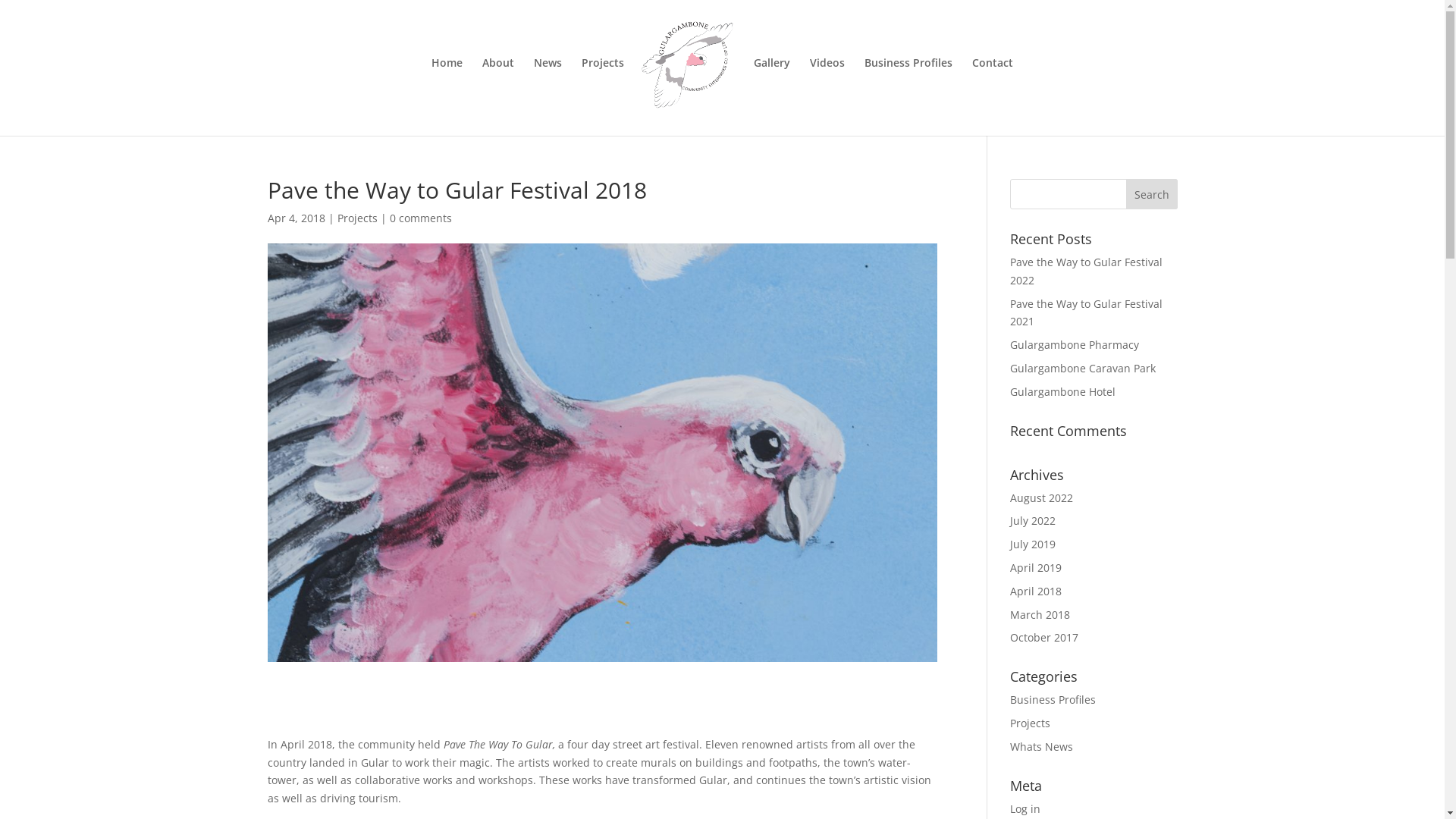  Describe the element at coordinates (356, 218) in the screenshot. I see `'Projects'` at that location.